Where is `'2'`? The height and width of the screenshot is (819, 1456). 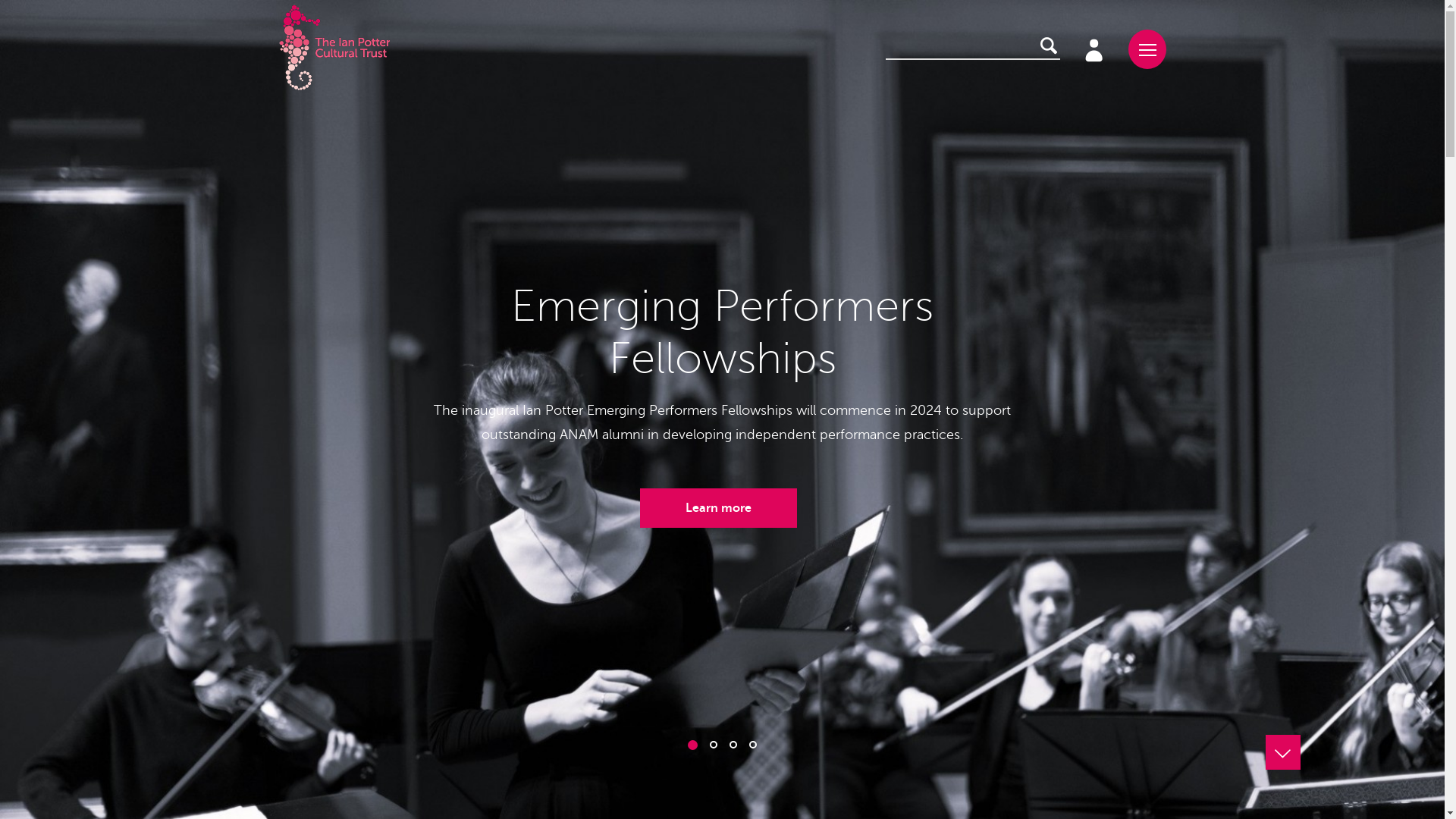 '2' is located at coordinates (712, 744).